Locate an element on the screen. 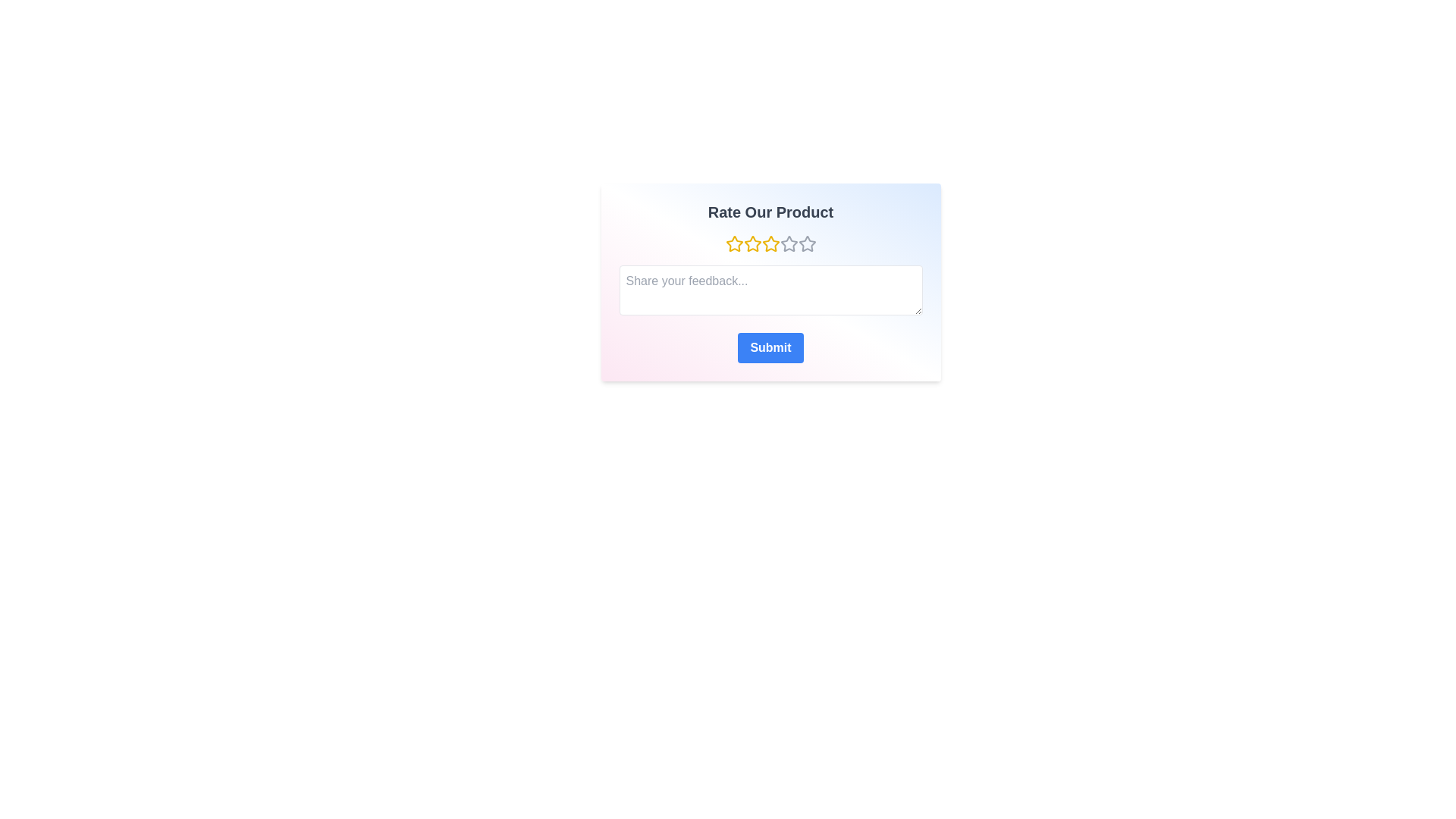  the star corresponding to 4 to preview the rating is located at coordinates (789, 243).